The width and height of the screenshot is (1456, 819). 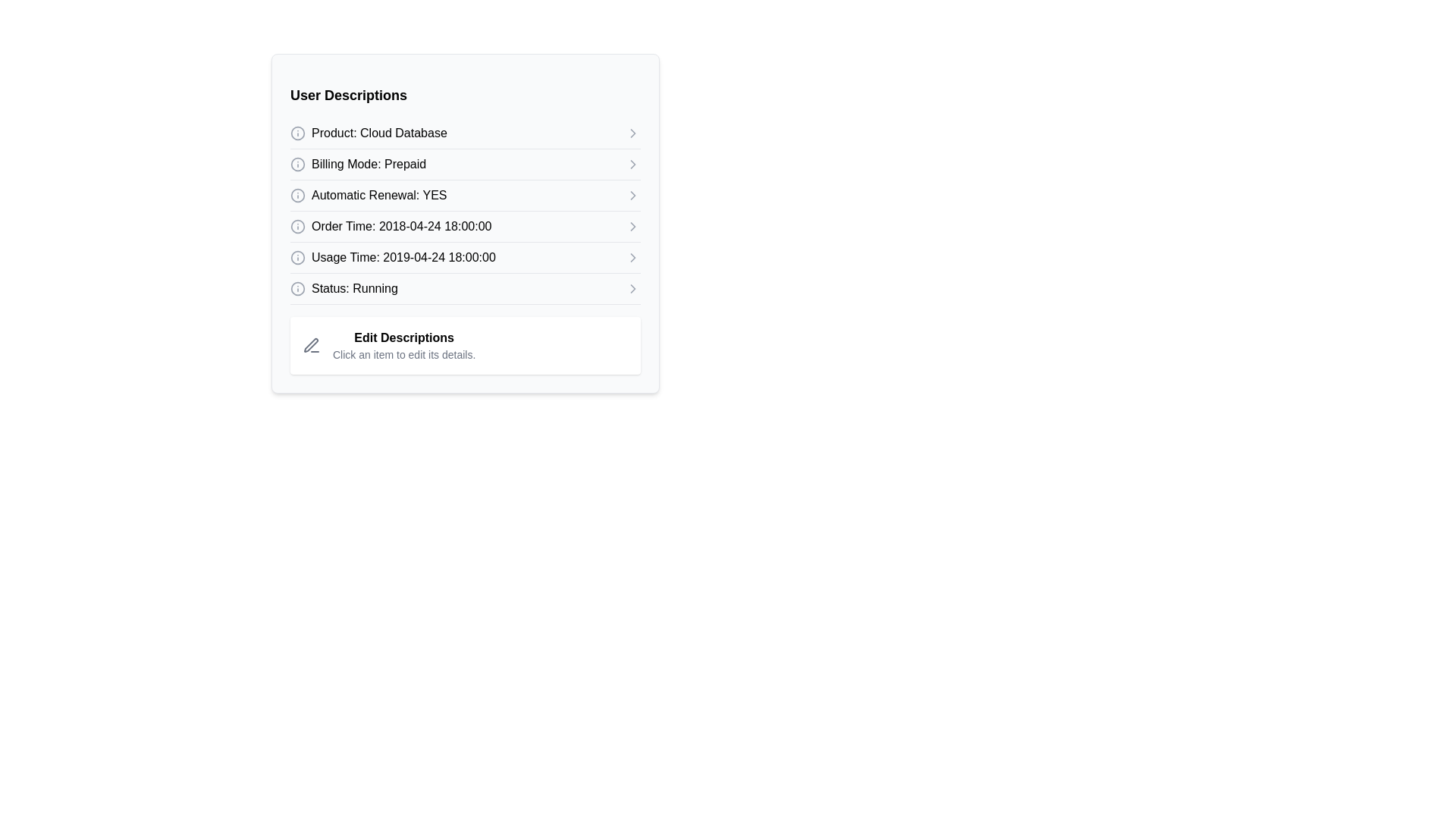 What do you see at coordinates (465, 257) in the screenshot?
I see `the fifth list item that provides information regarding the usage time of a service` at bounding box center [465, 257].